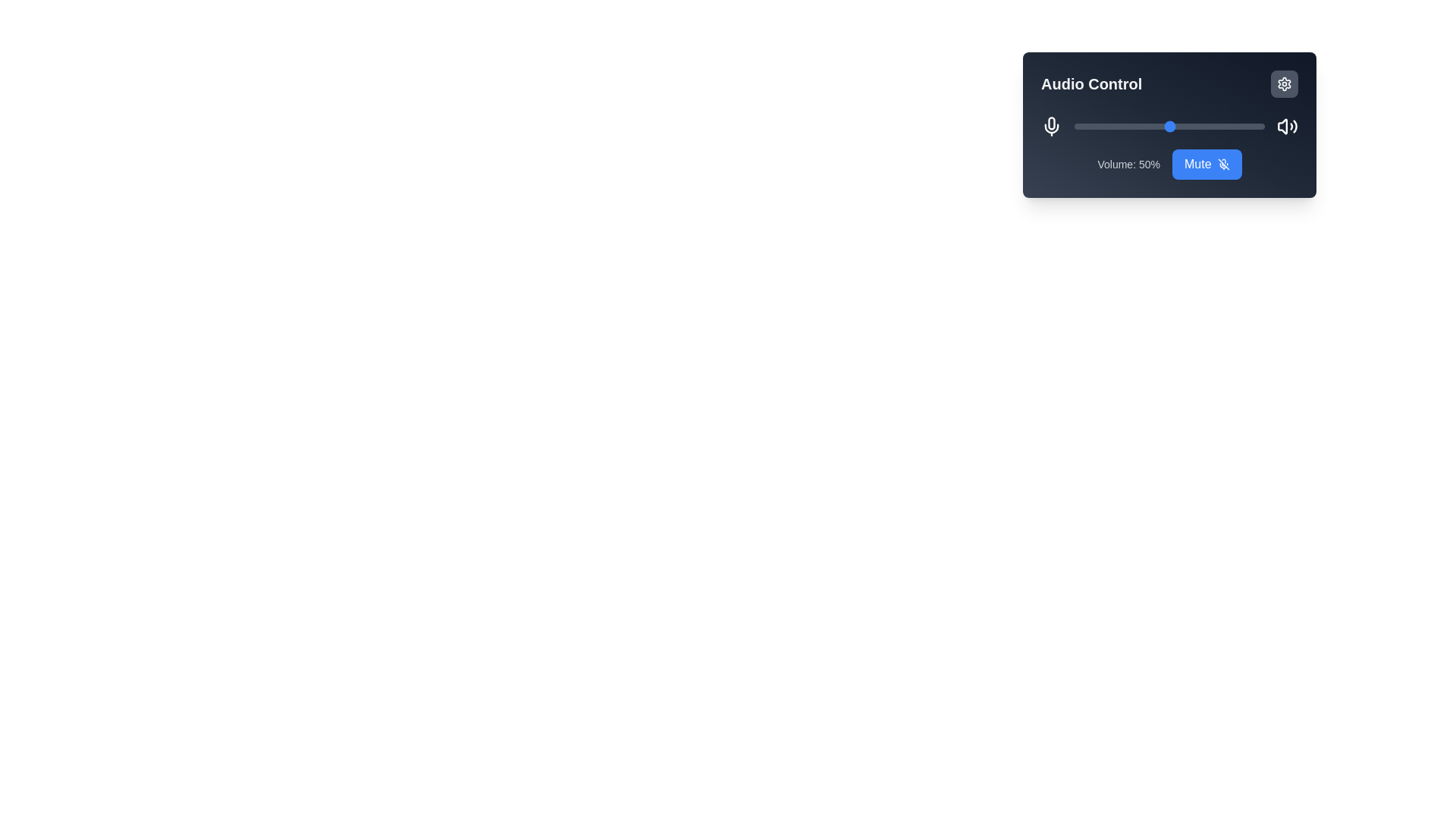  Describe the element at coordinates (1282, 125) in the screenshot. I see `the audio control panel speaker icon represented by a speaker with sound waves, which is the leftmost component of three symbols` at that location.